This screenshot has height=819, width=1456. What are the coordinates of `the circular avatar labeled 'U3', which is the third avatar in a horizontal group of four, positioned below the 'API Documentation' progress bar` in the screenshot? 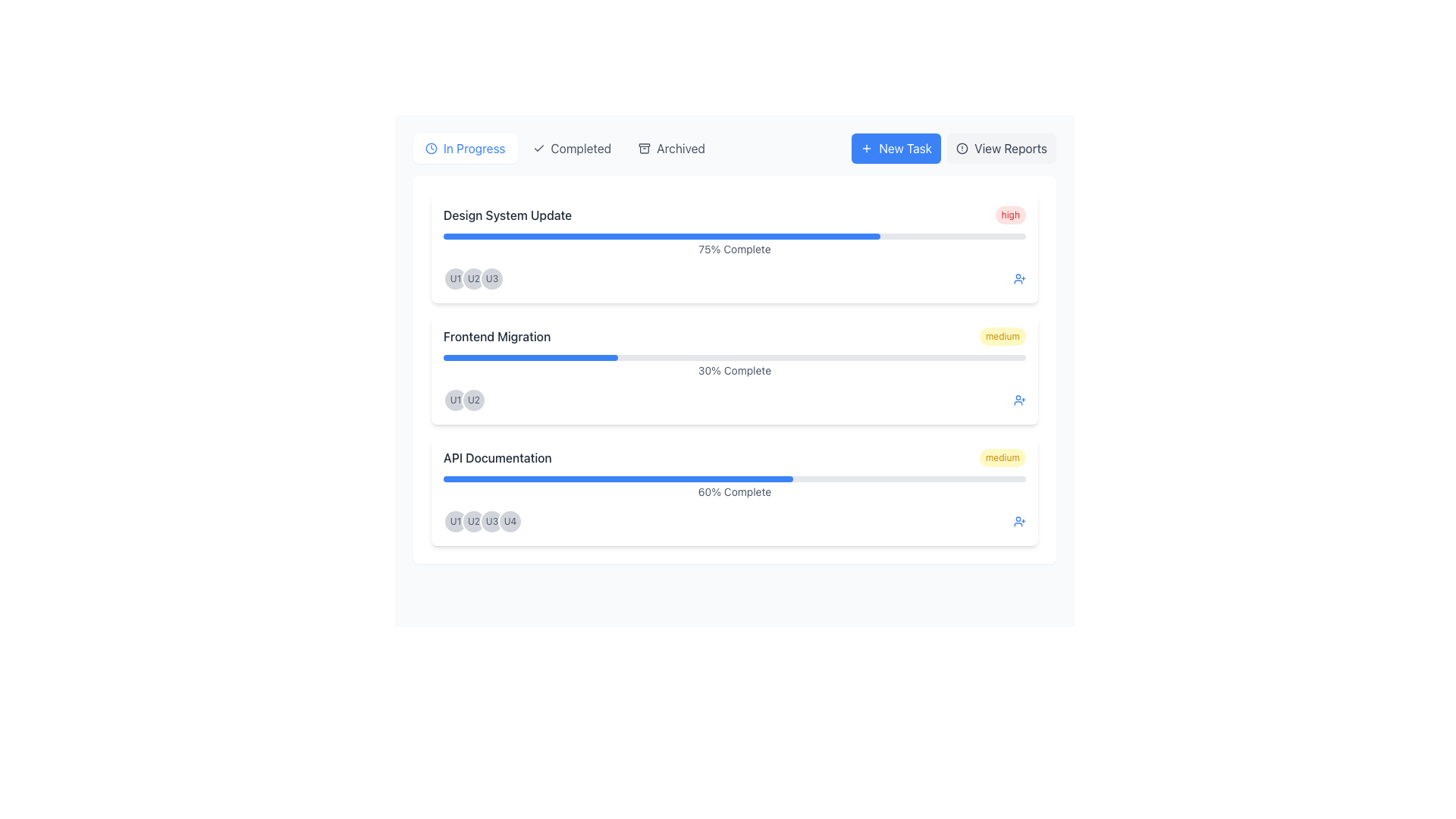 It's located at (491, 520).